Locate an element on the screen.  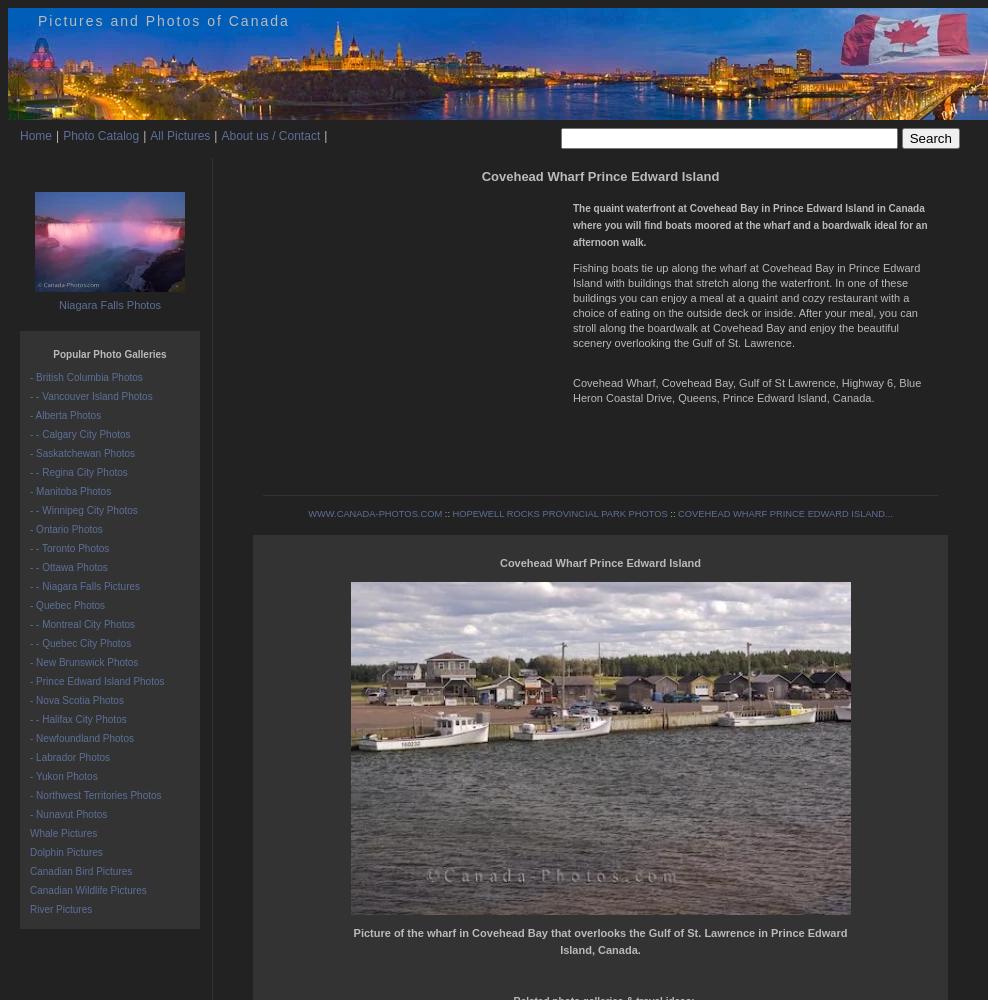
'- - Halifax City Photos' is located at coordinates (29, 718).